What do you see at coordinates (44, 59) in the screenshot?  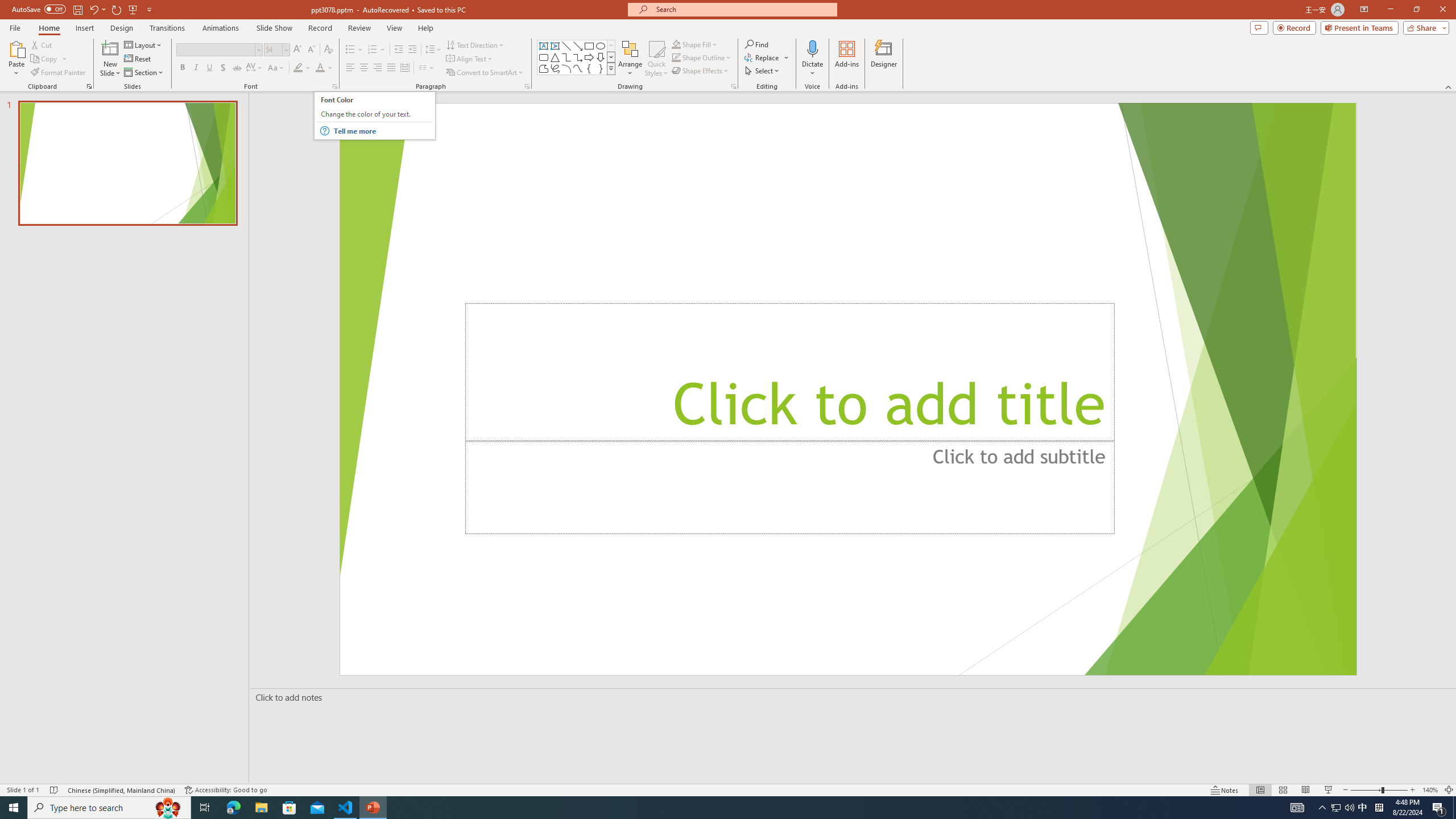 I see `'Copy'` at bounding box center [44, 59].